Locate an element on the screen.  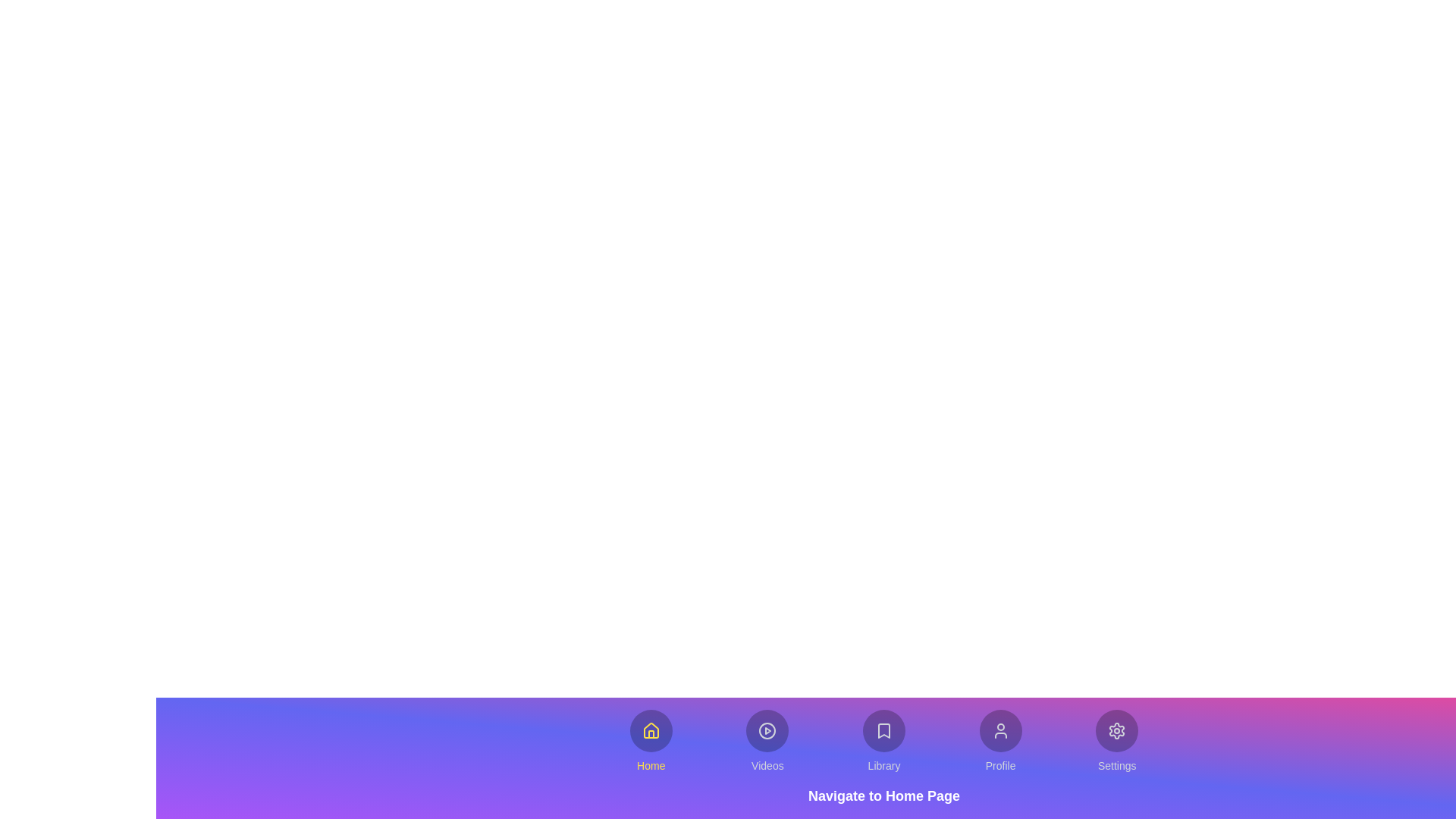
the tab labeled Profile in the navigation bar is located at coordinates (1000, 741).